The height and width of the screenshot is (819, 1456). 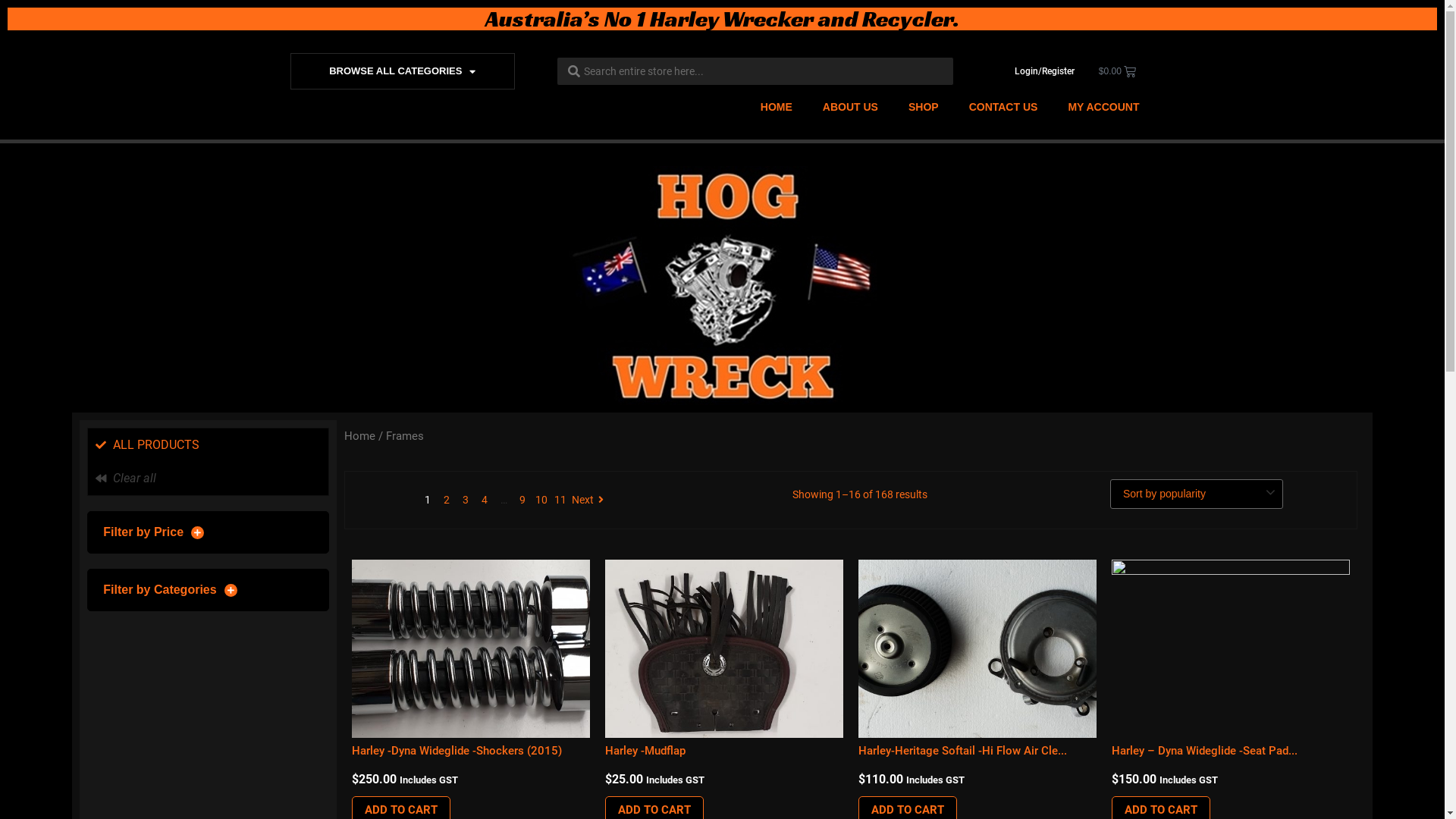 What do you see at coordinates (465, 500) in the screenshot?
I see `'3'` at bounding box center [465, 500].